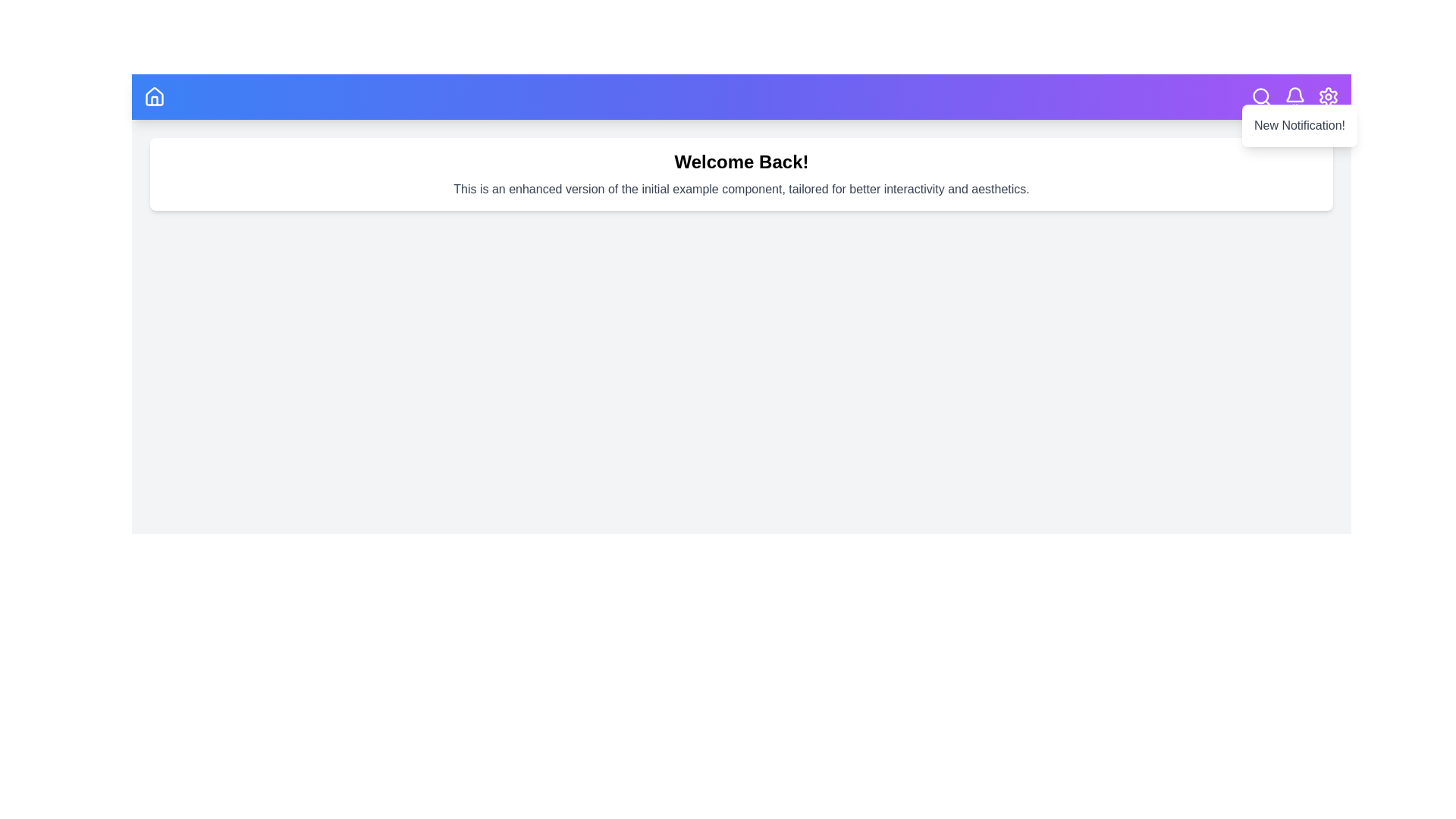 The image size is (1456, 819). I want to click on the main content area of the component, so click(742, 506).